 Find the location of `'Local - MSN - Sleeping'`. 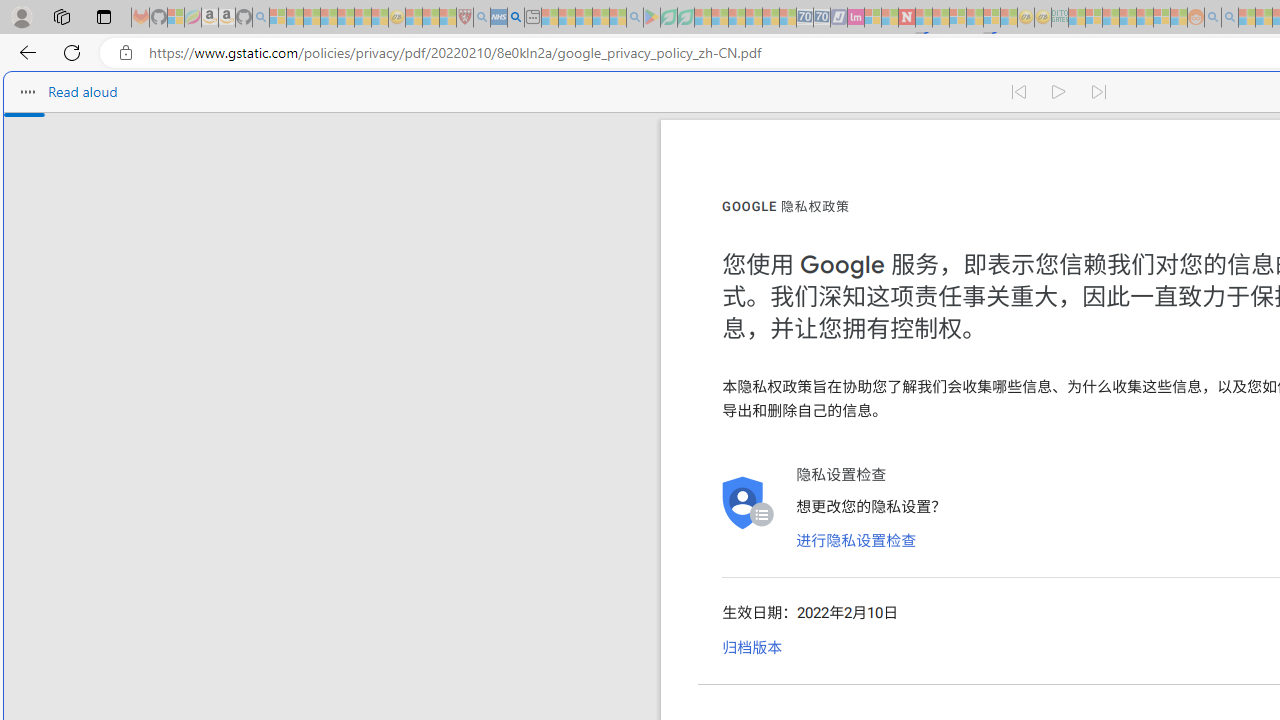

'Local - MSN - Sleeping' is located at coordinates (447, 17).